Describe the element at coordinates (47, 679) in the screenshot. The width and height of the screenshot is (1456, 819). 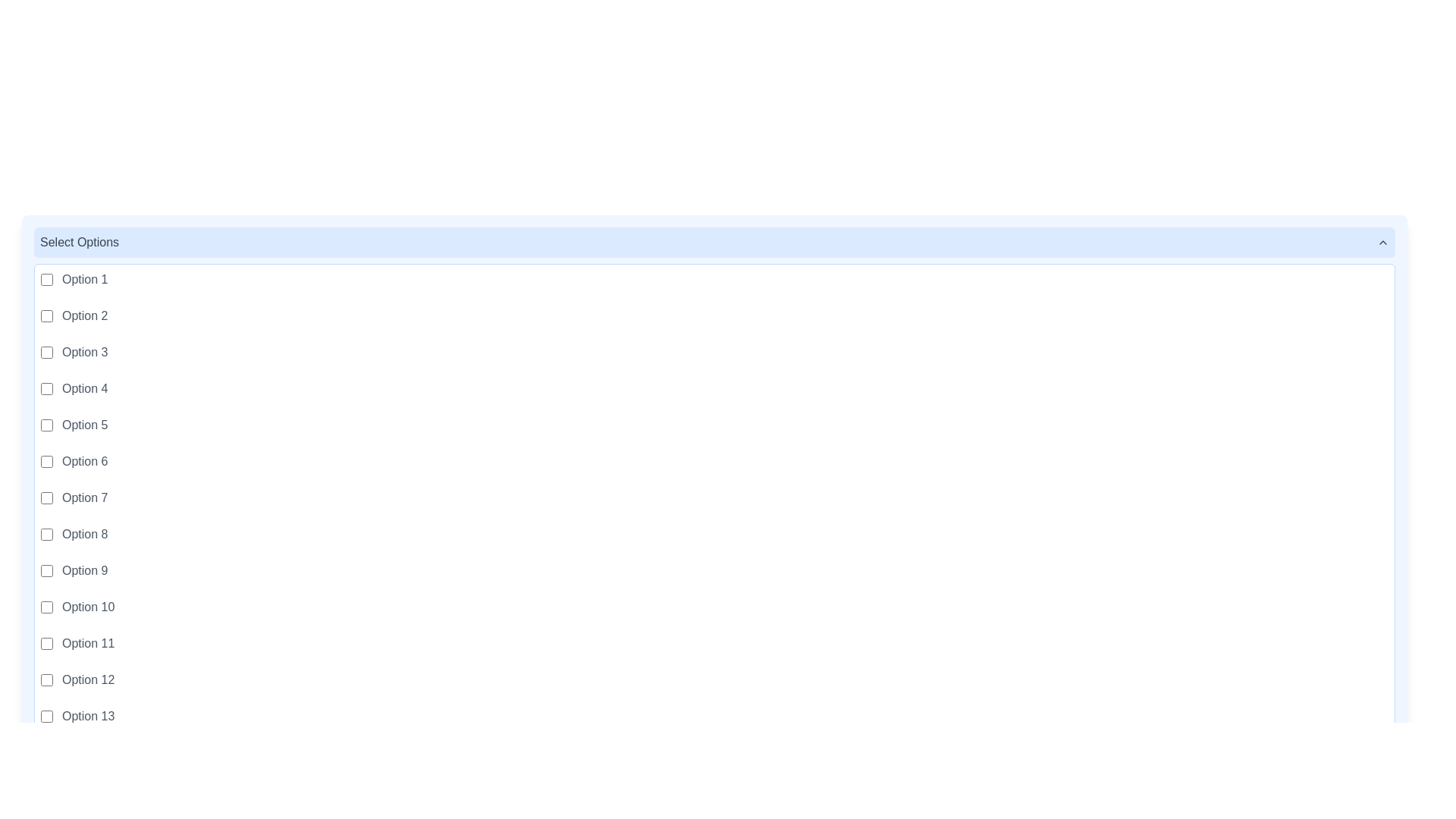
I see `the checkbox labeled 'Option 12'` at that location.